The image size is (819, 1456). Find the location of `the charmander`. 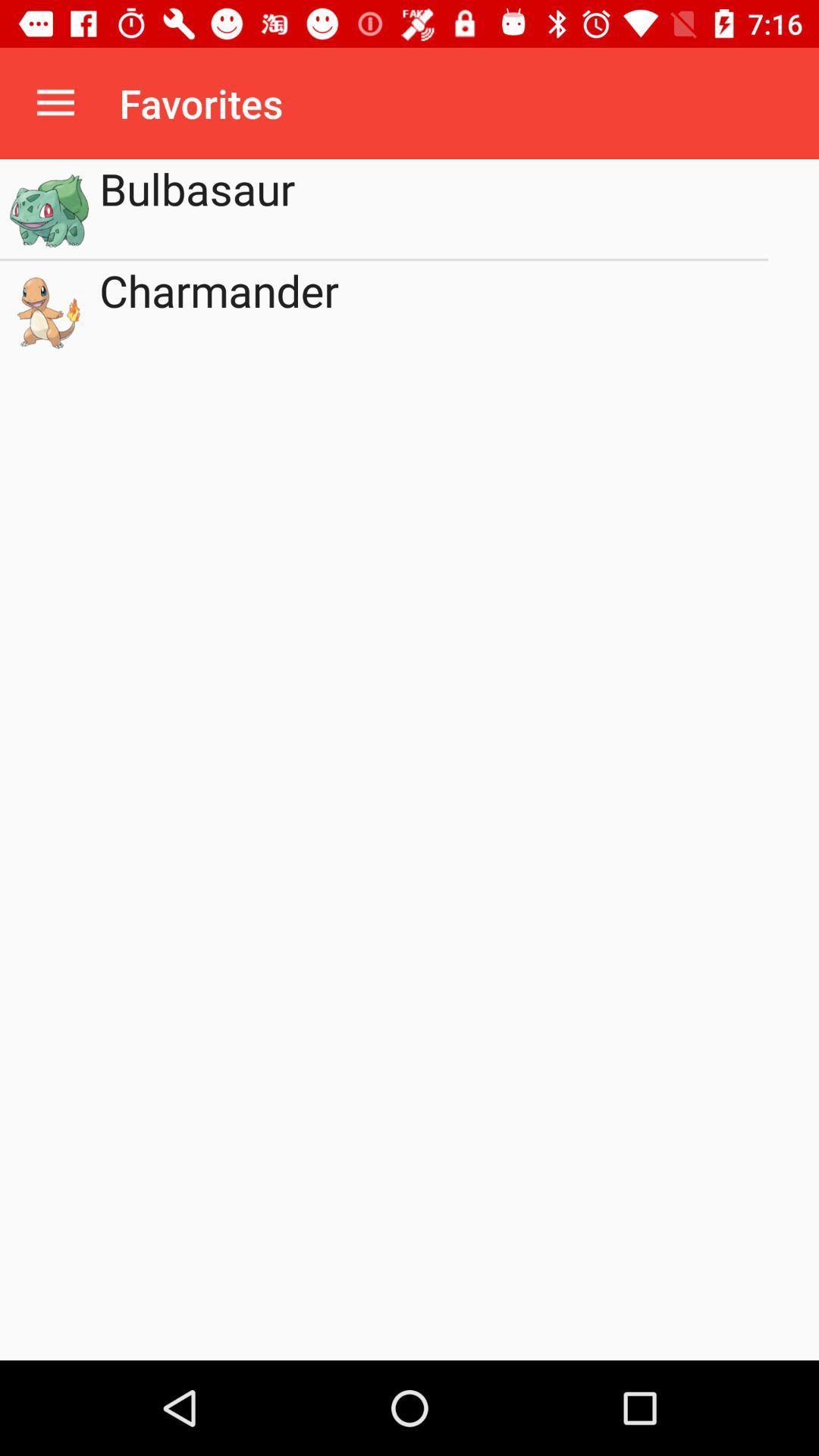

the charmander is located at coordinates (434, 309).